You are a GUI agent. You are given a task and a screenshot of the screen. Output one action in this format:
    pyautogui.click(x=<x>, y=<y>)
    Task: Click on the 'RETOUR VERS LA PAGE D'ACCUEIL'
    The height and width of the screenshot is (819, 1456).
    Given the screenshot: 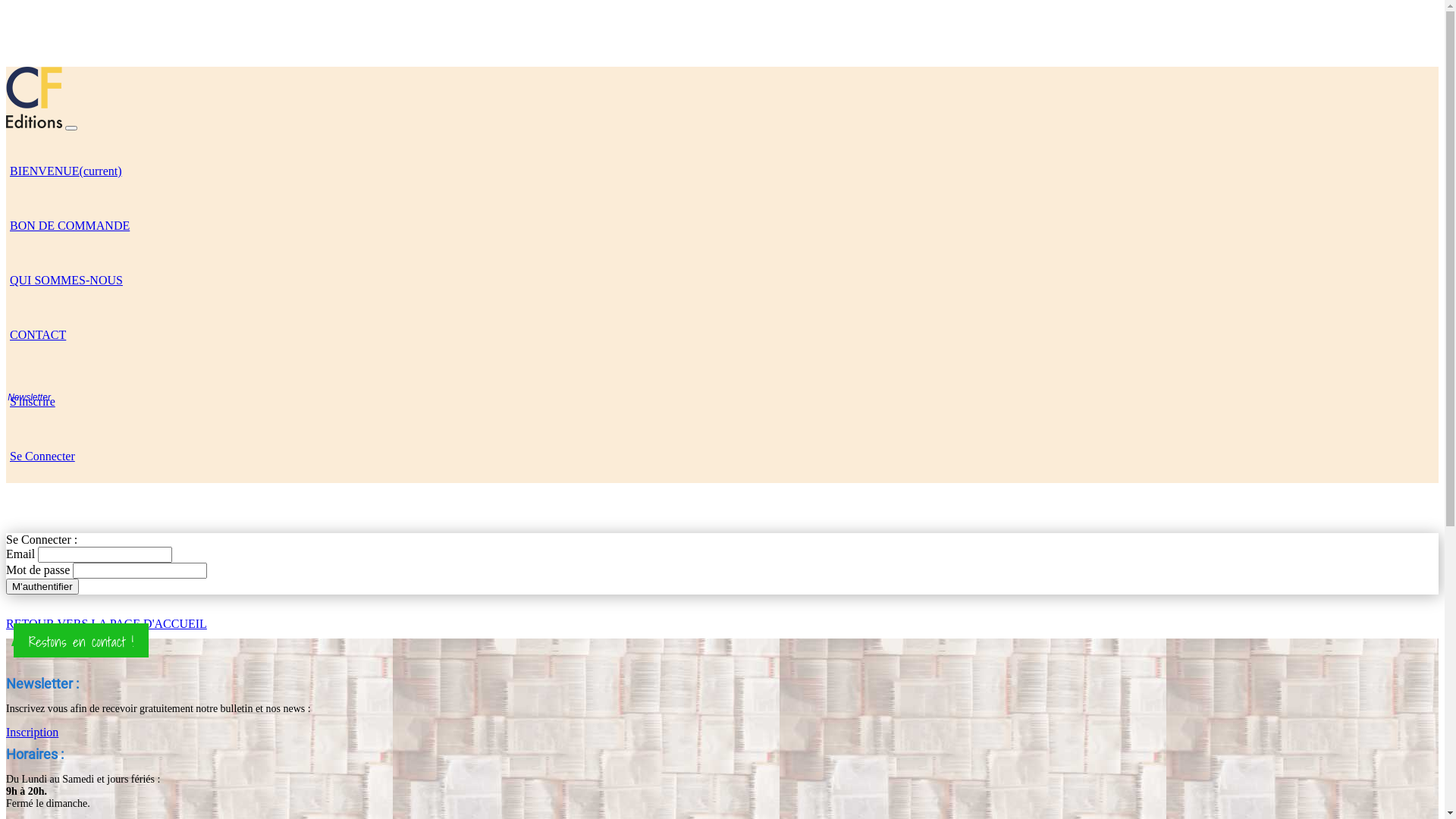 What is the action you would take?
    pyautogui.click(x=105, y=623)
    